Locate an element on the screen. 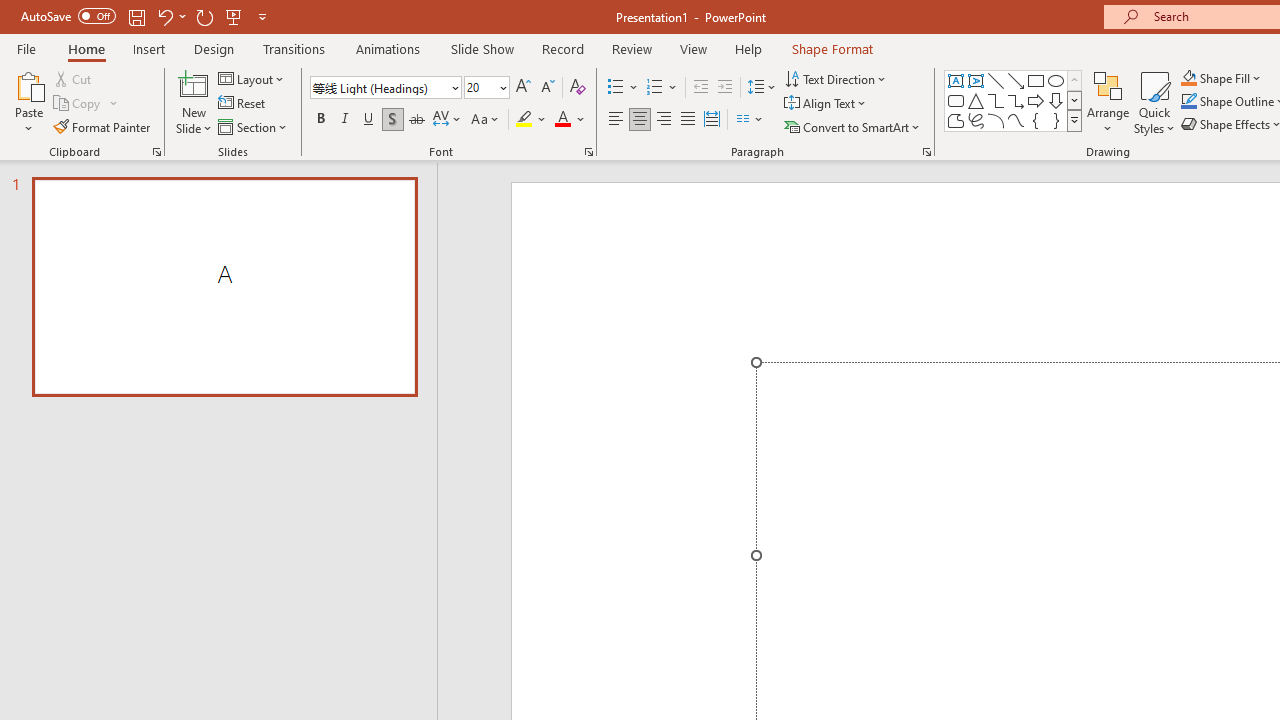 This screenshot has width=1280, height=720. 'Shape Outline Blue, Accent 1' is located at coordinates (1189, 101).